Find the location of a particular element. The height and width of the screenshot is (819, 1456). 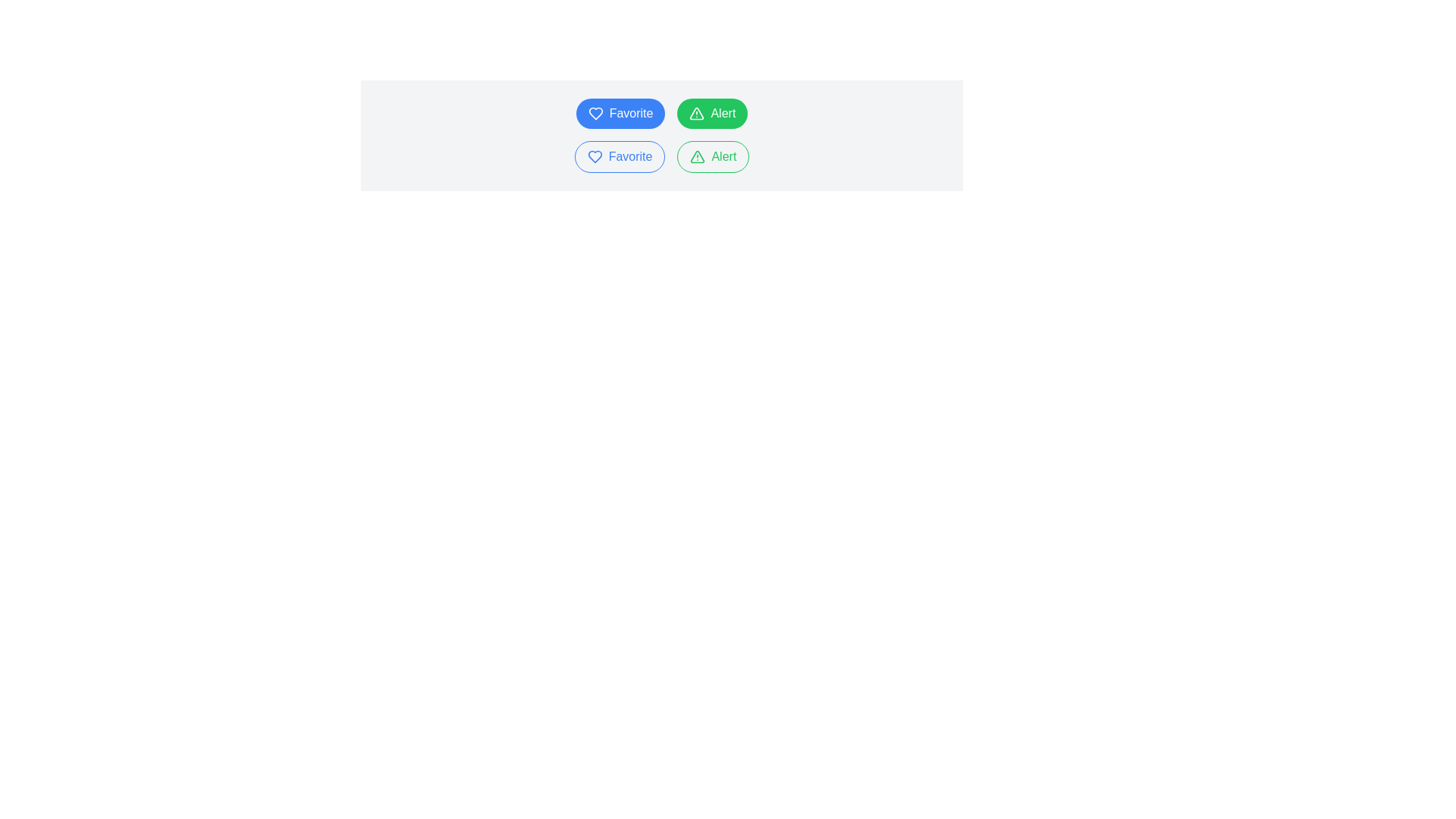

the heart icon inside the blue button labeled 'Favorite', which is positioned on the top row of the button group is located at coordinates (595, 113).